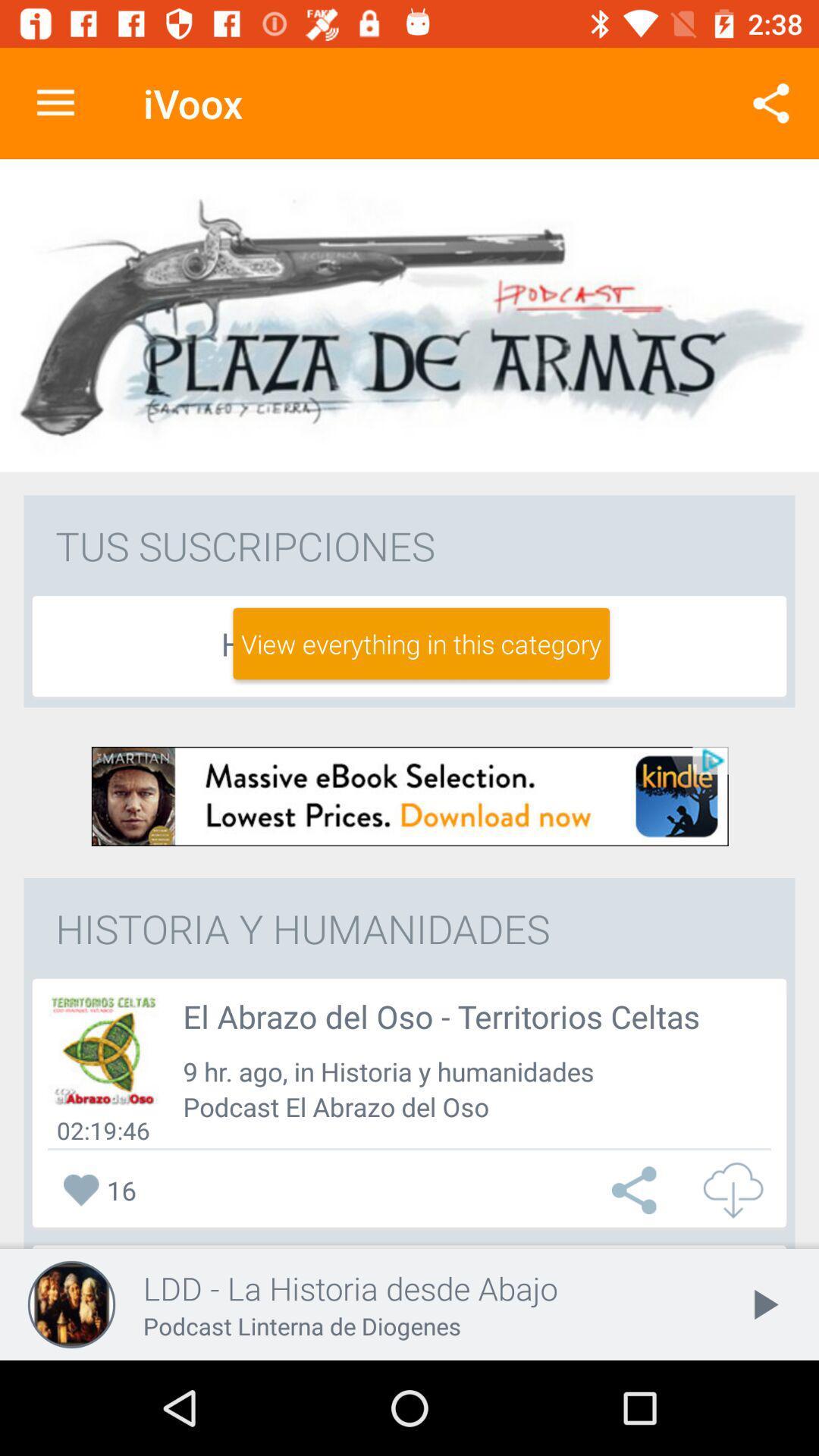 The image size is (819, 1456). I want to click on share the article, so click(638, 1189).